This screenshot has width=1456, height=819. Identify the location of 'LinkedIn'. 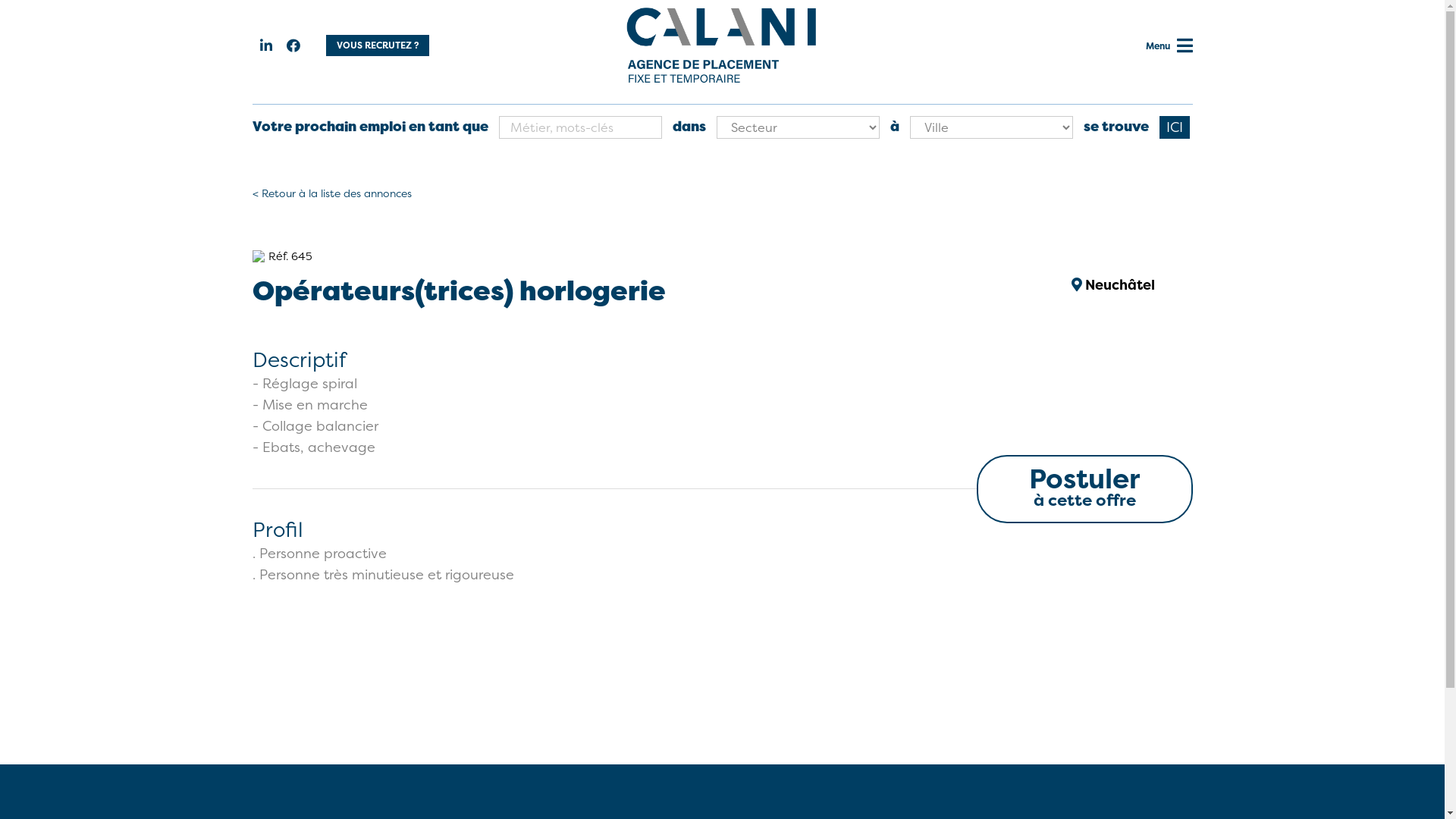
(265, 45).